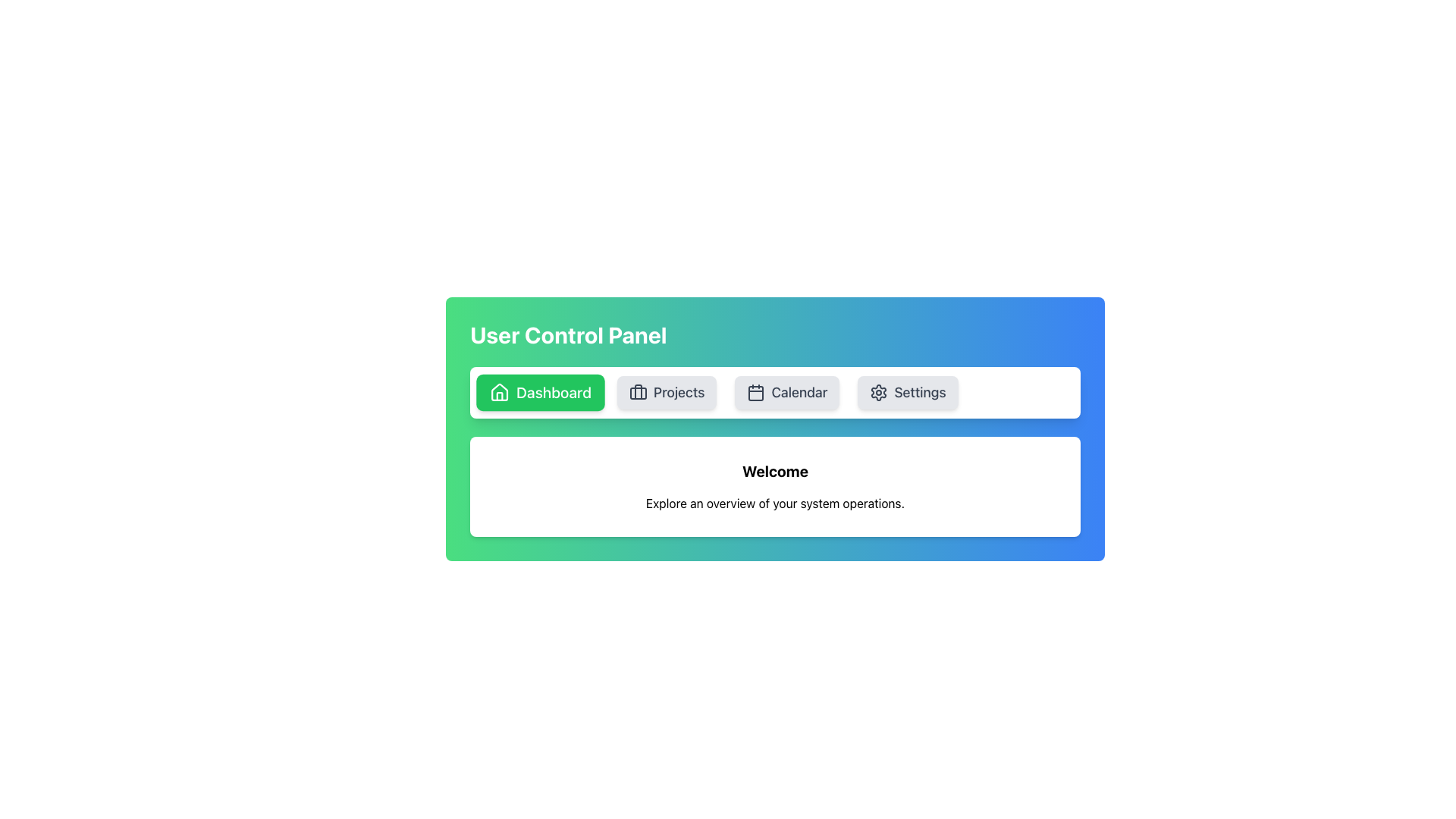 This screenshot has width=1456, height=819. I want to click on the 'Calendar' button, so click(787, 391).